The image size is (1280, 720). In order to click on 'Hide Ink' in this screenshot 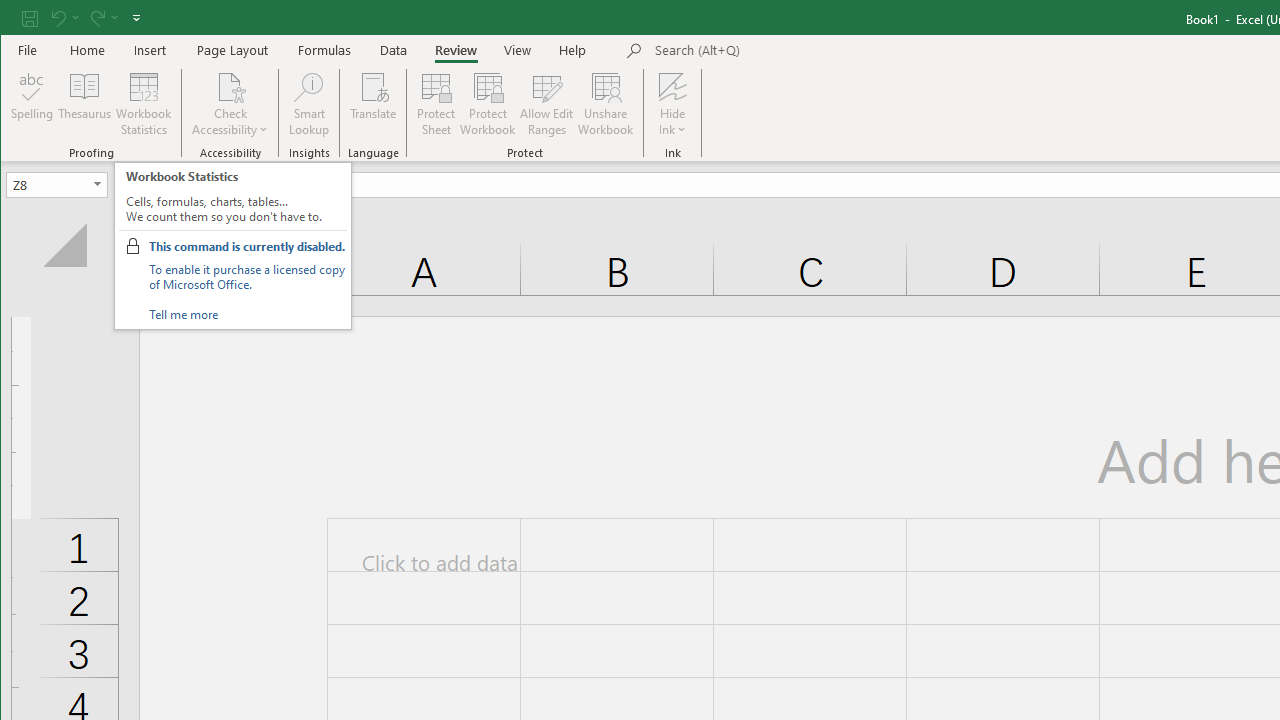, I will do `click(672, 104)`.